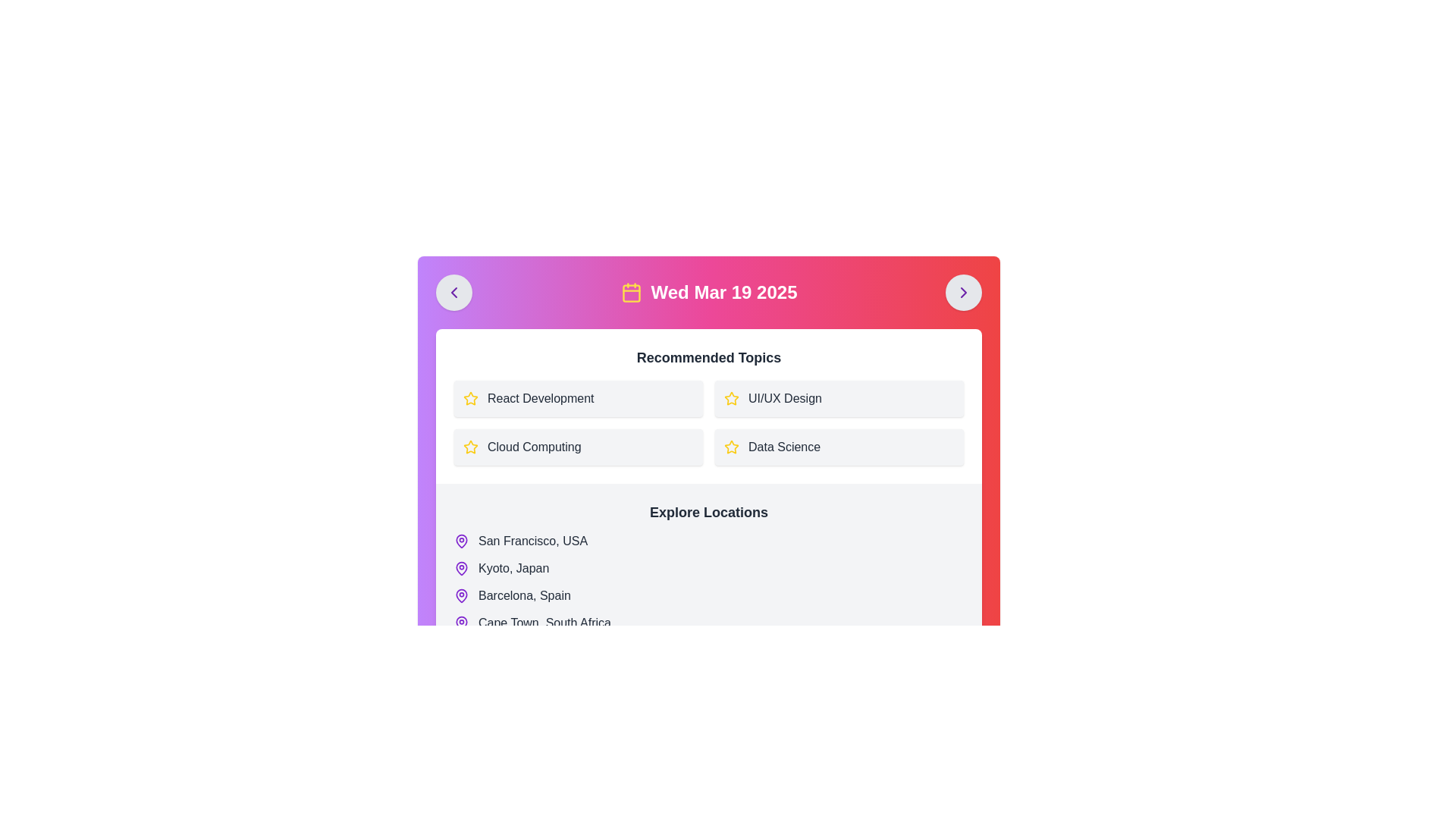 The image size is (1456, 819). What do you see at coordinates (469, 447) in the screenshot?
I see `the icon representing the 'Cloud Computing' section in the 'Recommended Topics' group, located to the left of the text 'Cloud Computing'` at bounding box center [469, 447].